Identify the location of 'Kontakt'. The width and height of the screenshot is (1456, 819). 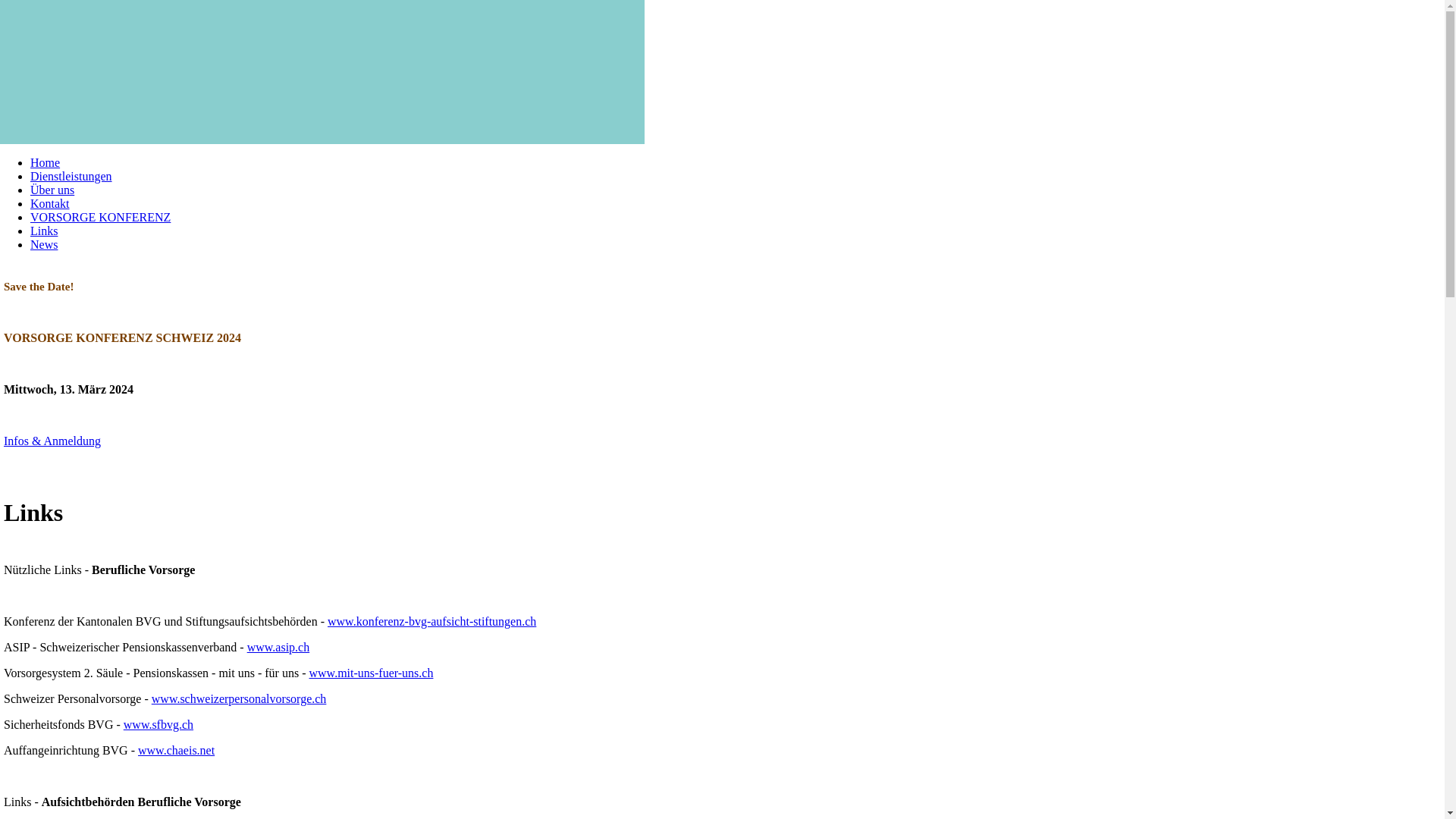
(50, 202).